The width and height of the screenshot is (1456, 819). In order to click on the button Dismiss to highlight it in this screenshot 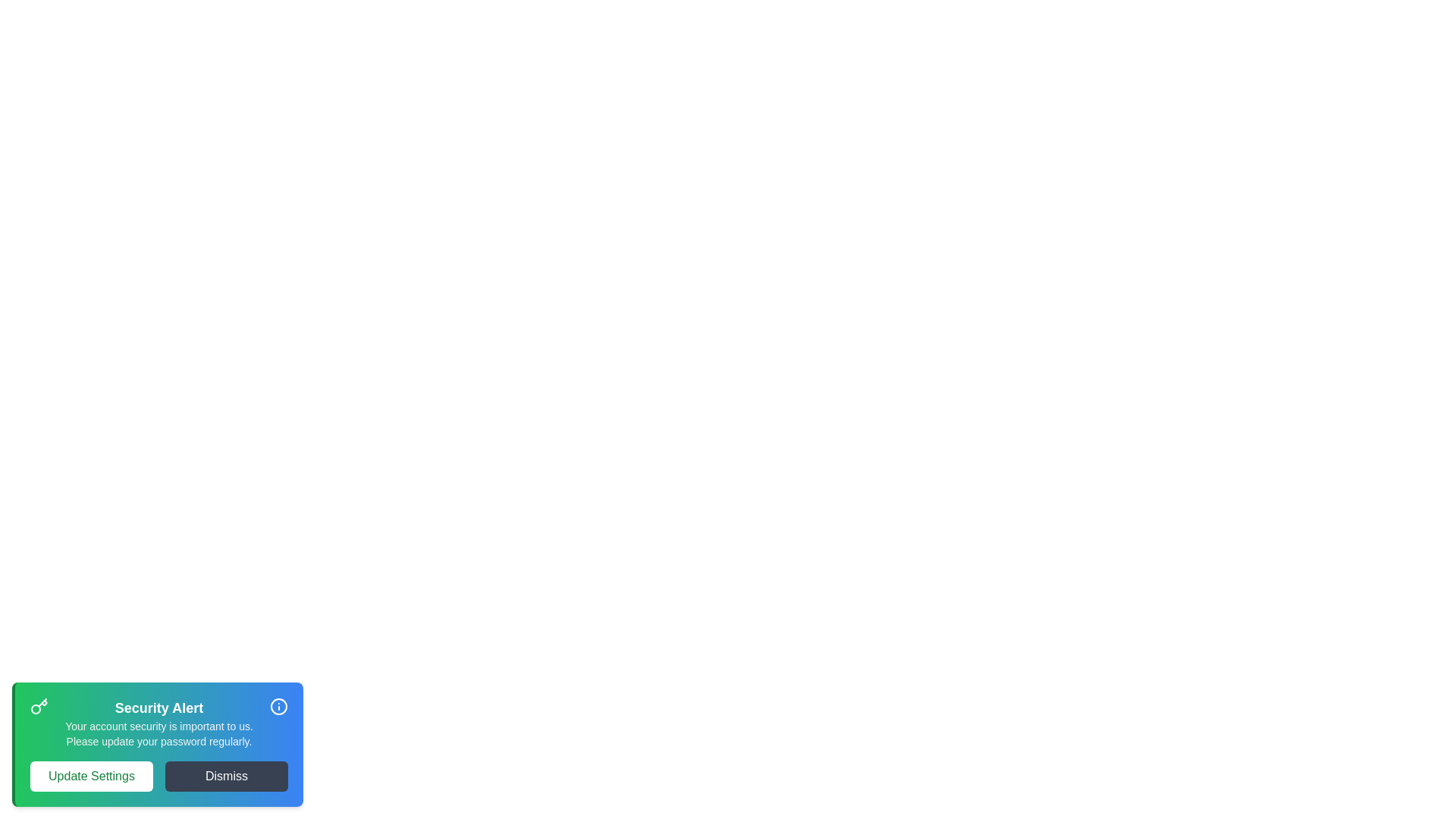, I will do `click(225, 776)`.